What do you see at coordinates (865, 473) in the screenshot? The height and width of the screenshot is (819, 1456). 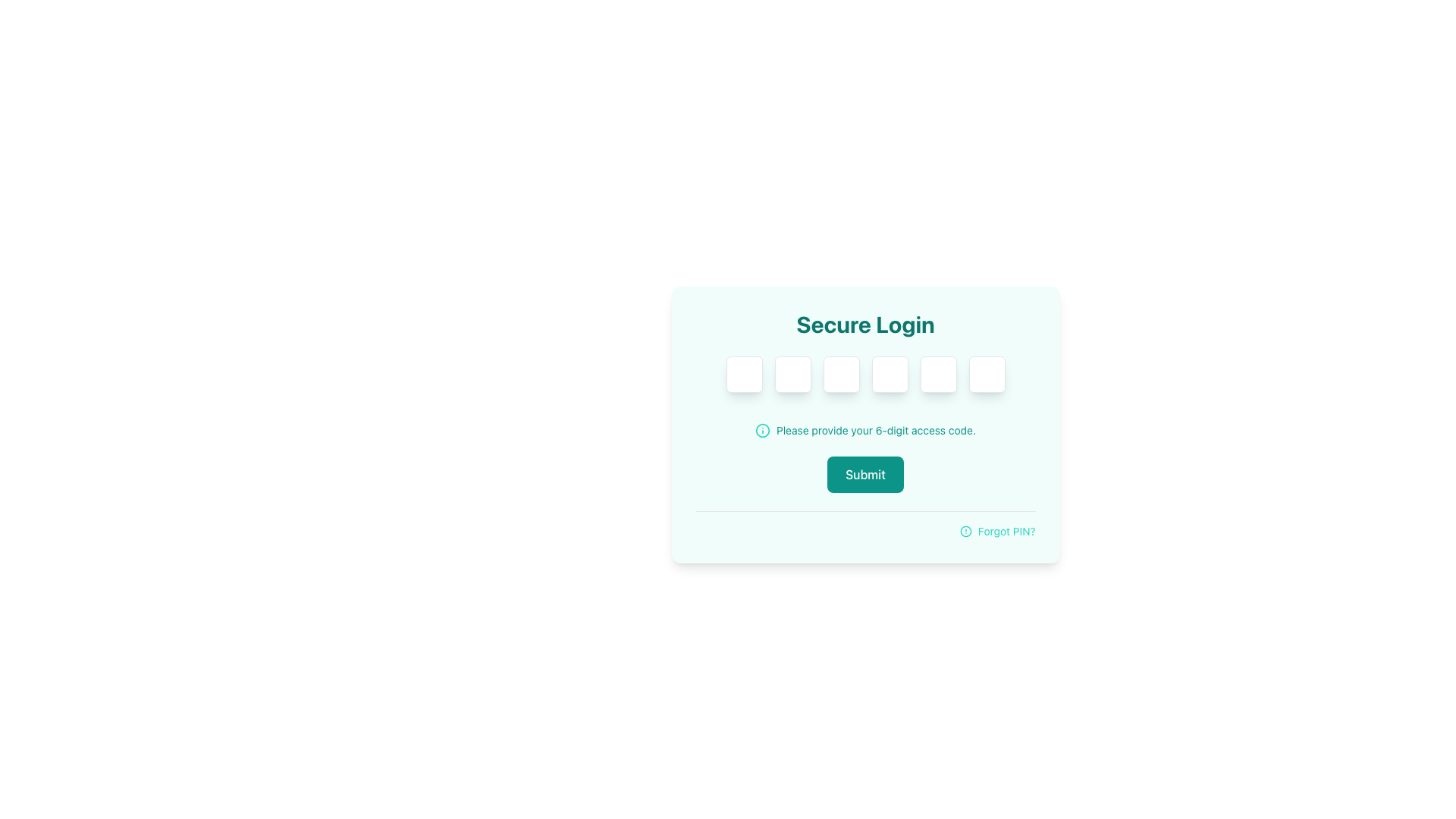 I see `the 'Submit' button with a teal background and white text located within the 'Secure Login' form` at bounding box center [865, 473].